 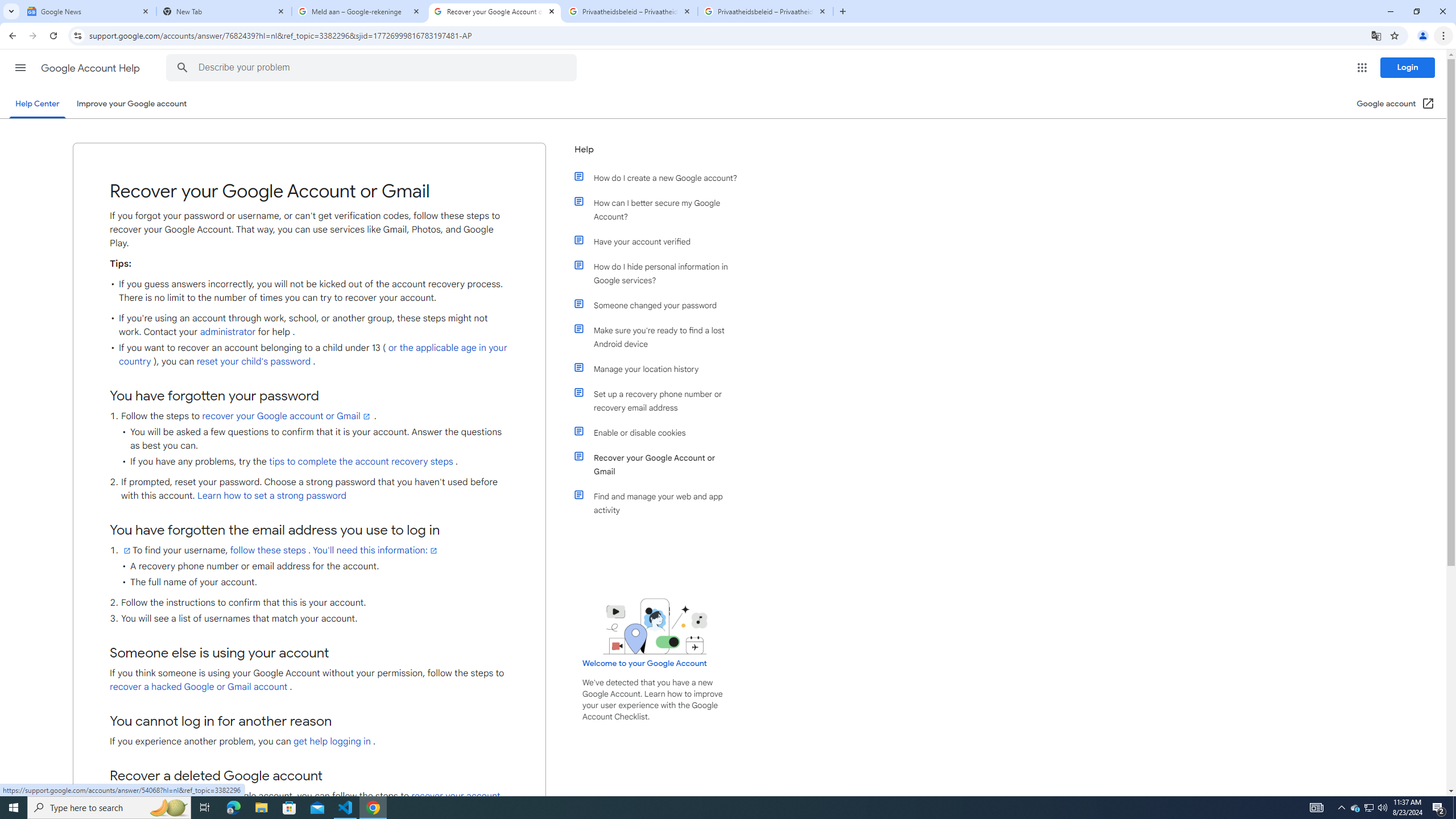 I want to click on 'tips to complete the account recovery steps', so click(x=360, y=461).